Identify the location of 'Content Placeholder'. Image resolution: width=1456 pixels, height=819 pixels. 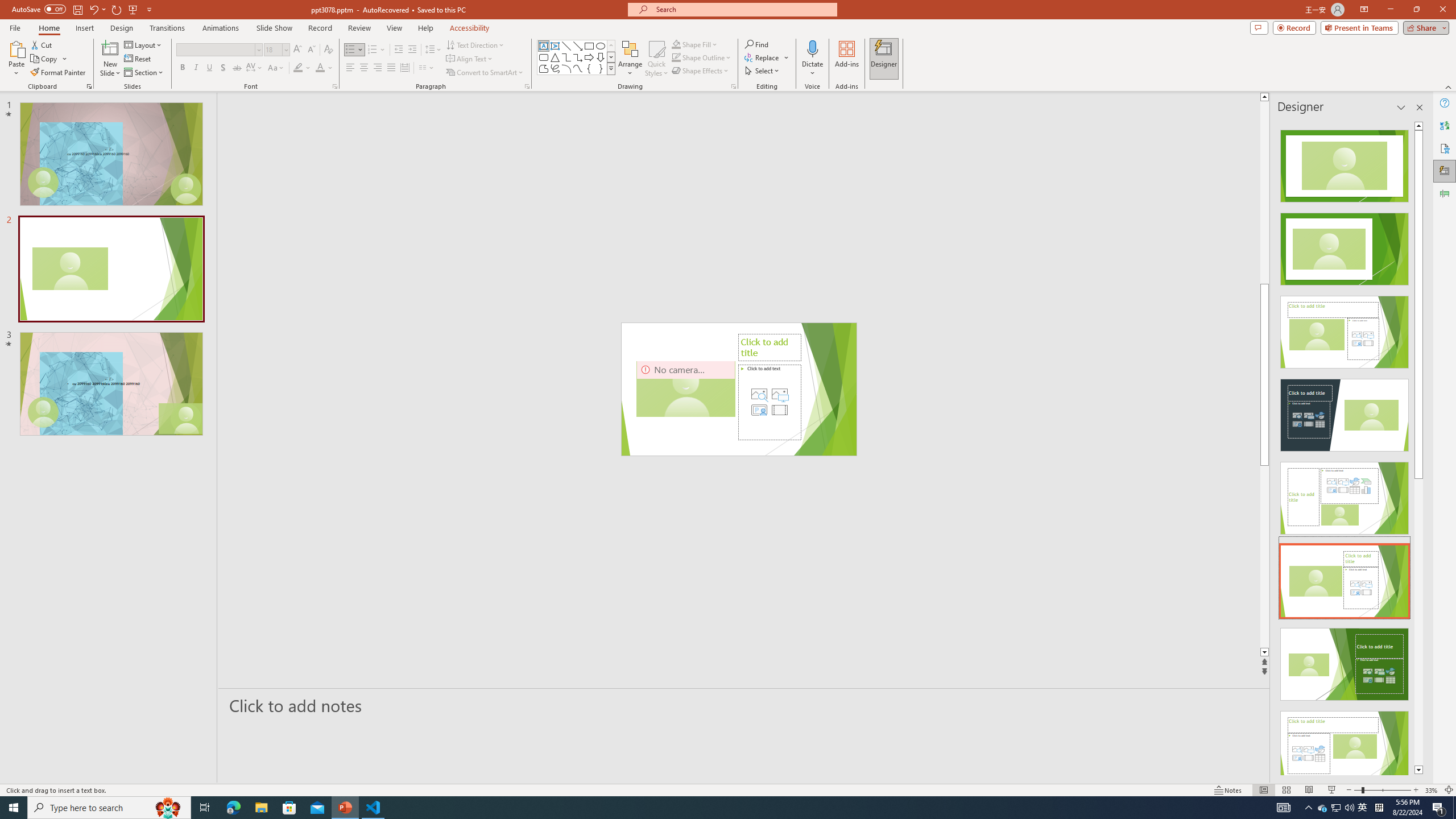
(769, 402).